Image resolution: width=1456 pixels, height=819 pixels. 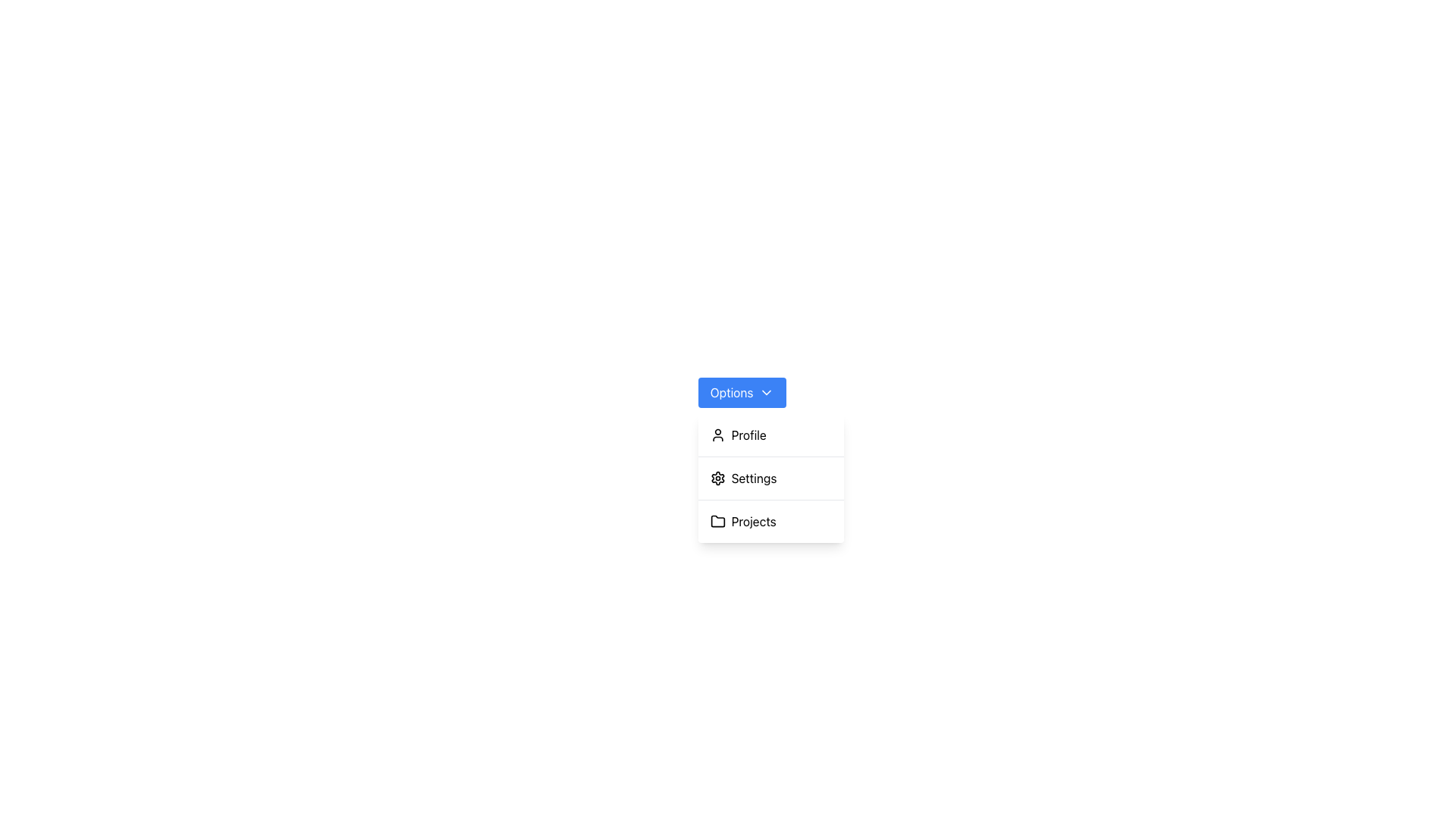 I want to click on the 'Projects' icon in the dropdown menu, which serves as a visual identifier for the 'Projects' option, so click(x=717, y=520).